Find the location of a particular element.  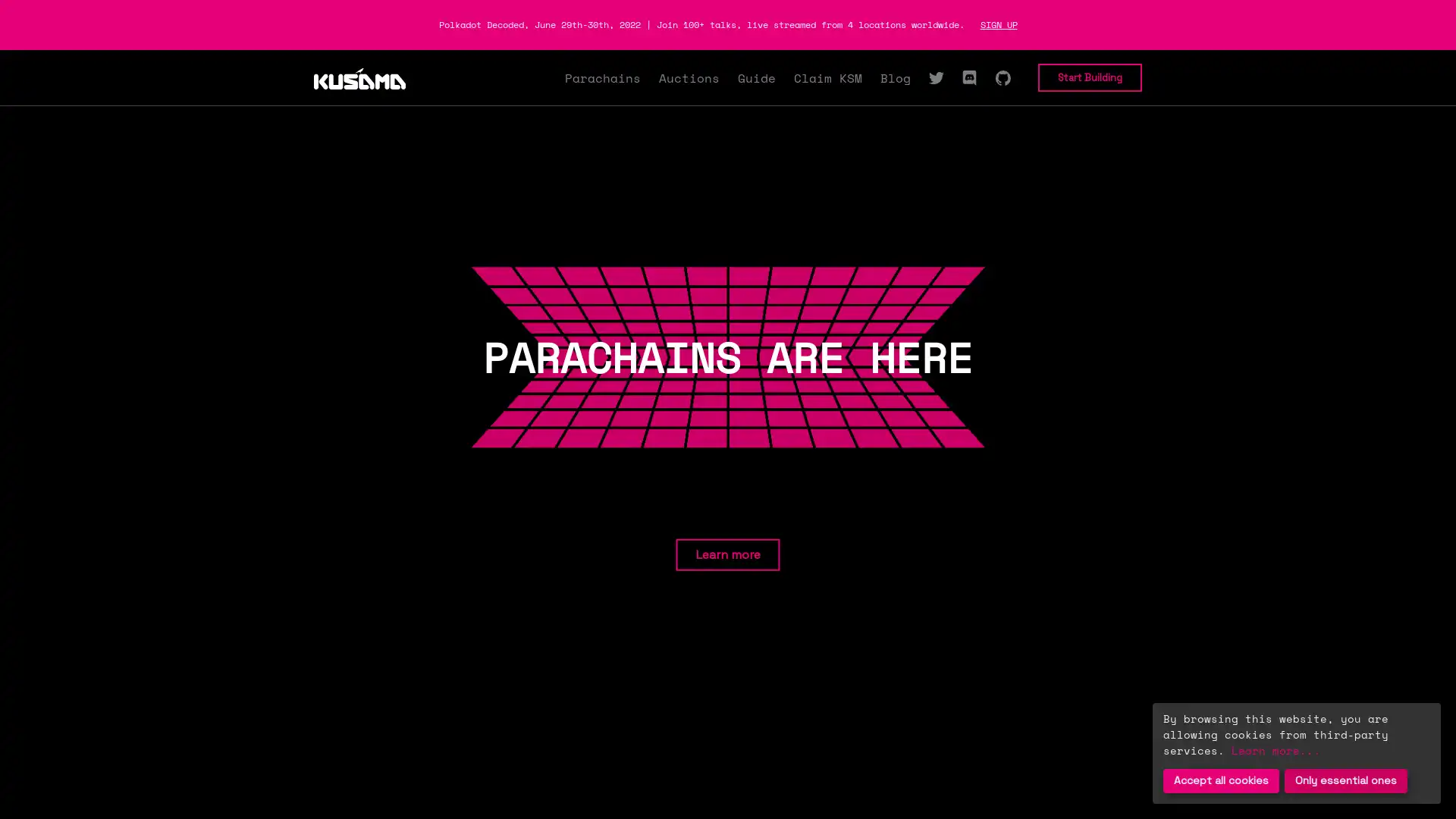

Only essential ones is located at coordinates (1346, 780).